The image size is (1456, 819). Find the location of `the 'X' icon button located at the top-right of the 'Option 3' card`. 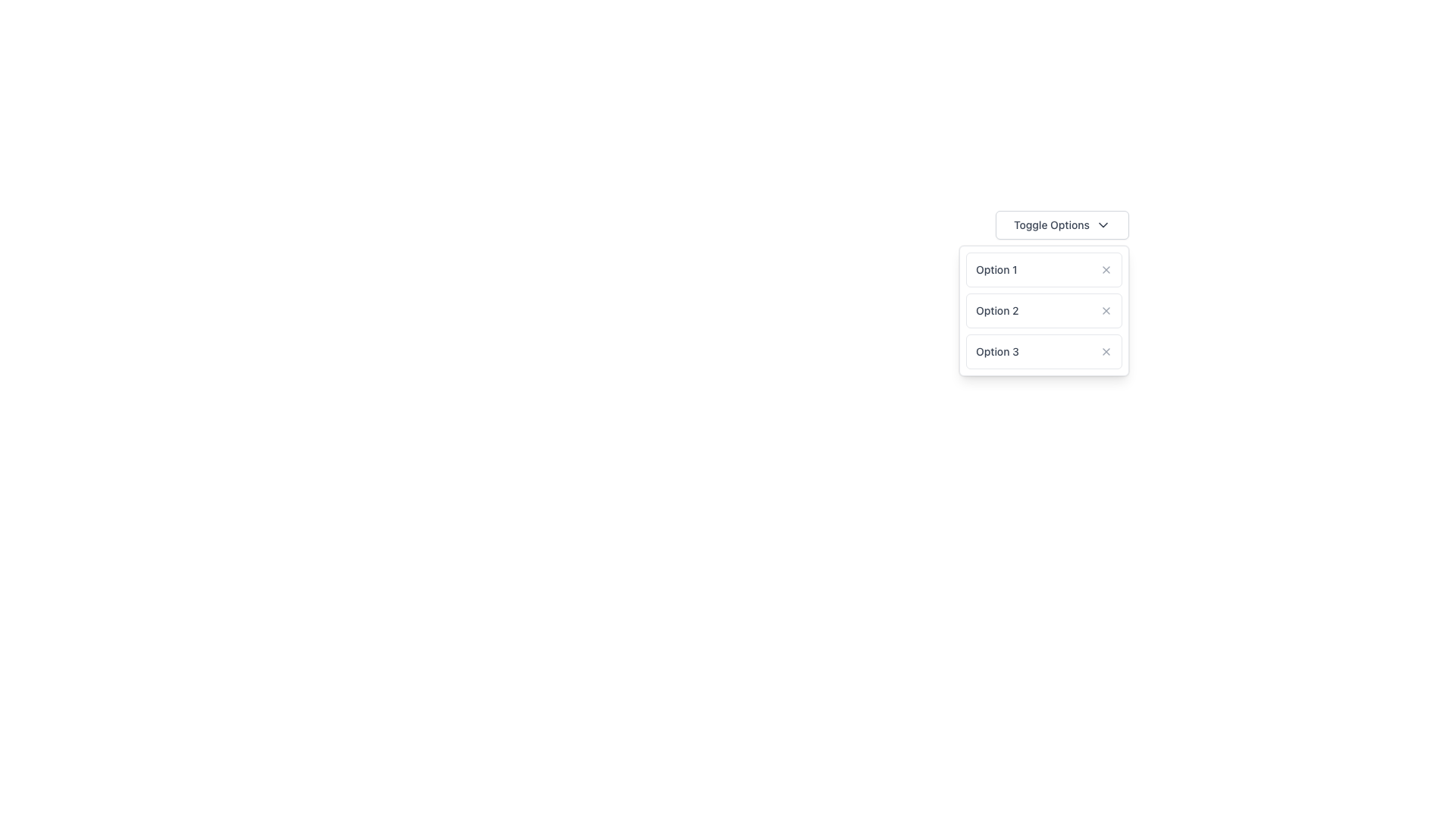

the 'X' icon button located at the top-right of the 'Option 3' card is located at coordinates (1106, 351).